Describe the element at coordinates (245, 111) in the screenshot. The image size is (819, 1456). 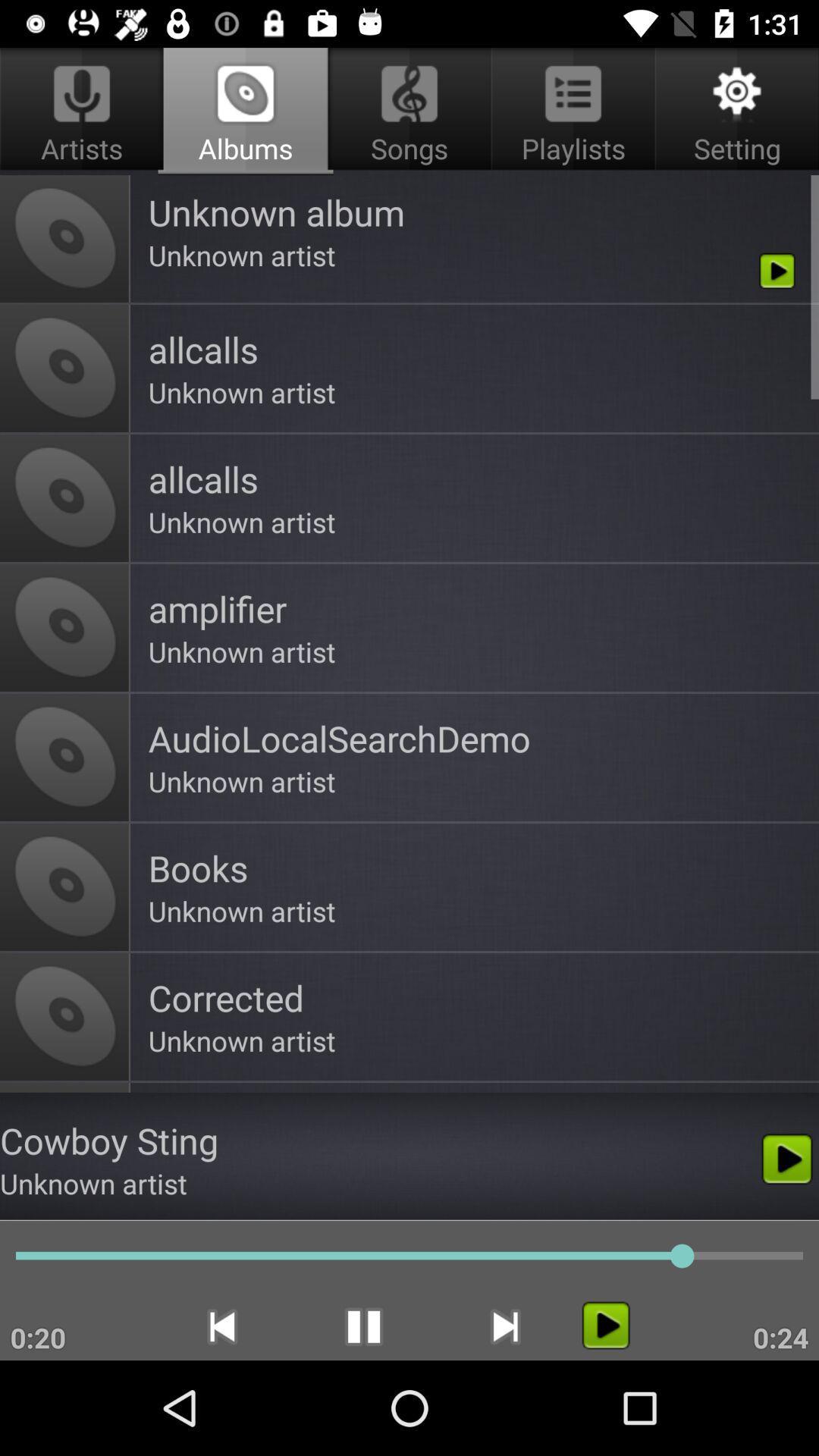
I see `the albums icon` at that location.